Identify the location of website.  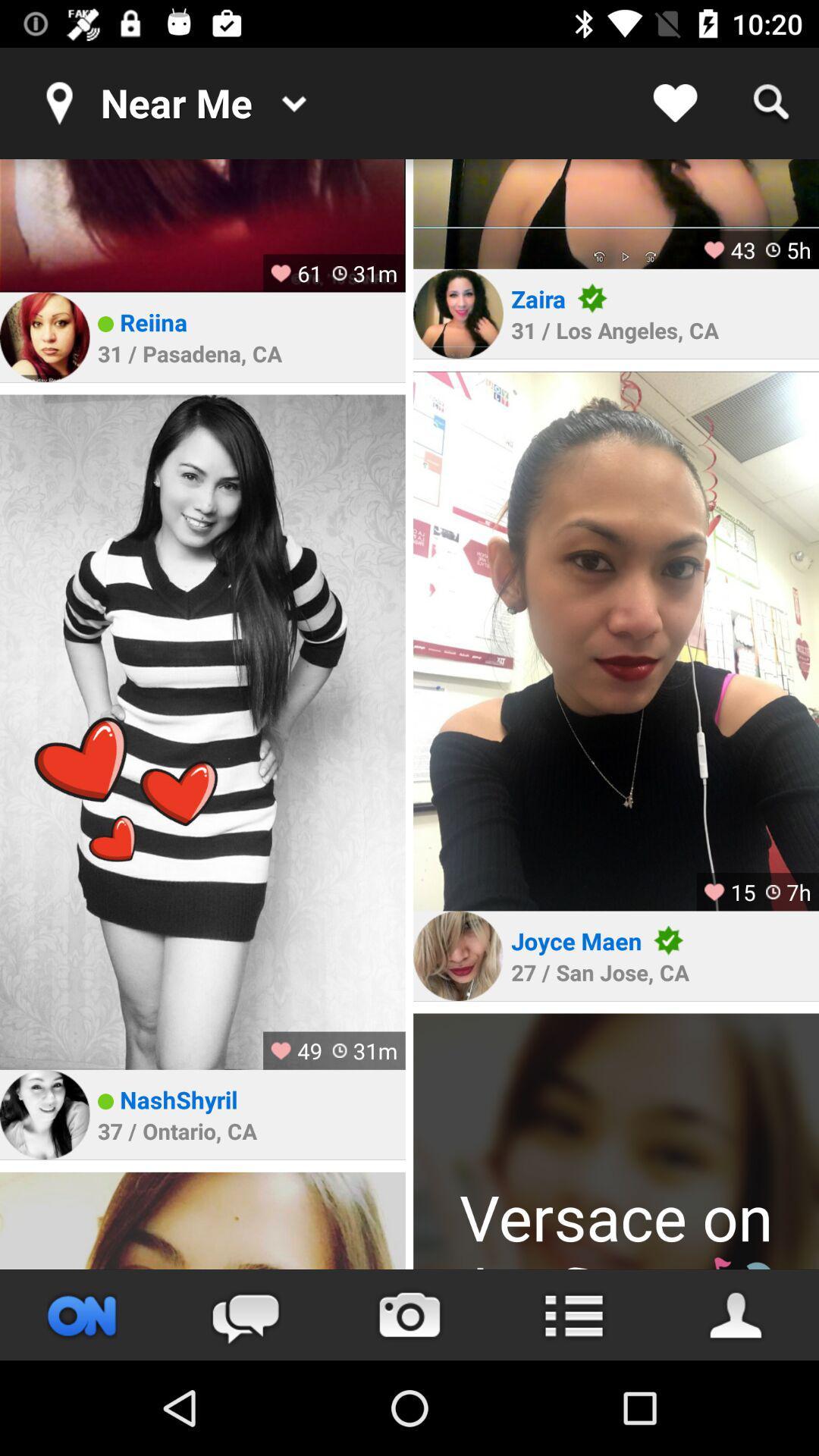
(82, 1314).